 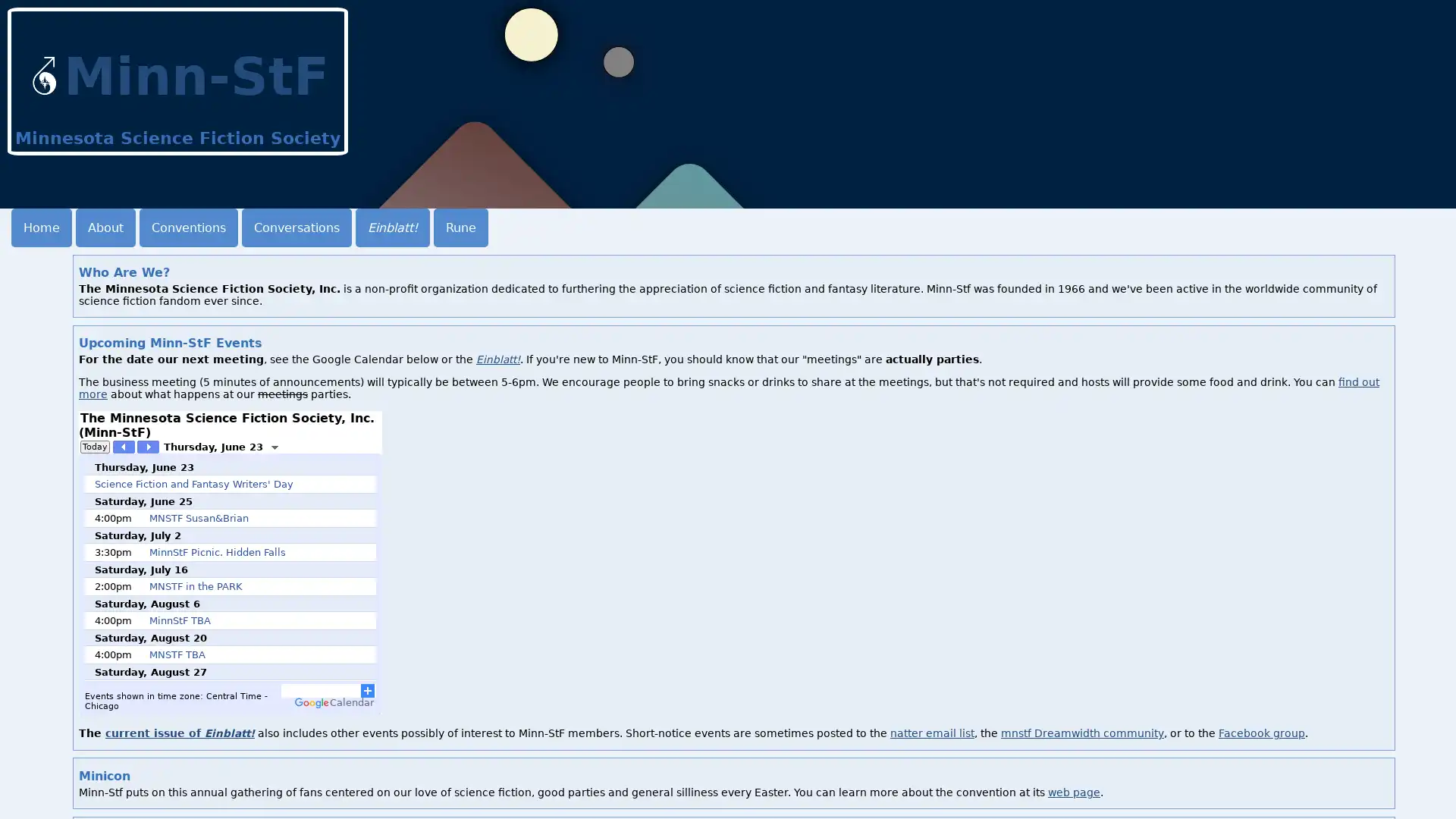 What do you see at coordinates (460, 227) in the screenshot?
I see `Rune` at bounding box center [460, 227].